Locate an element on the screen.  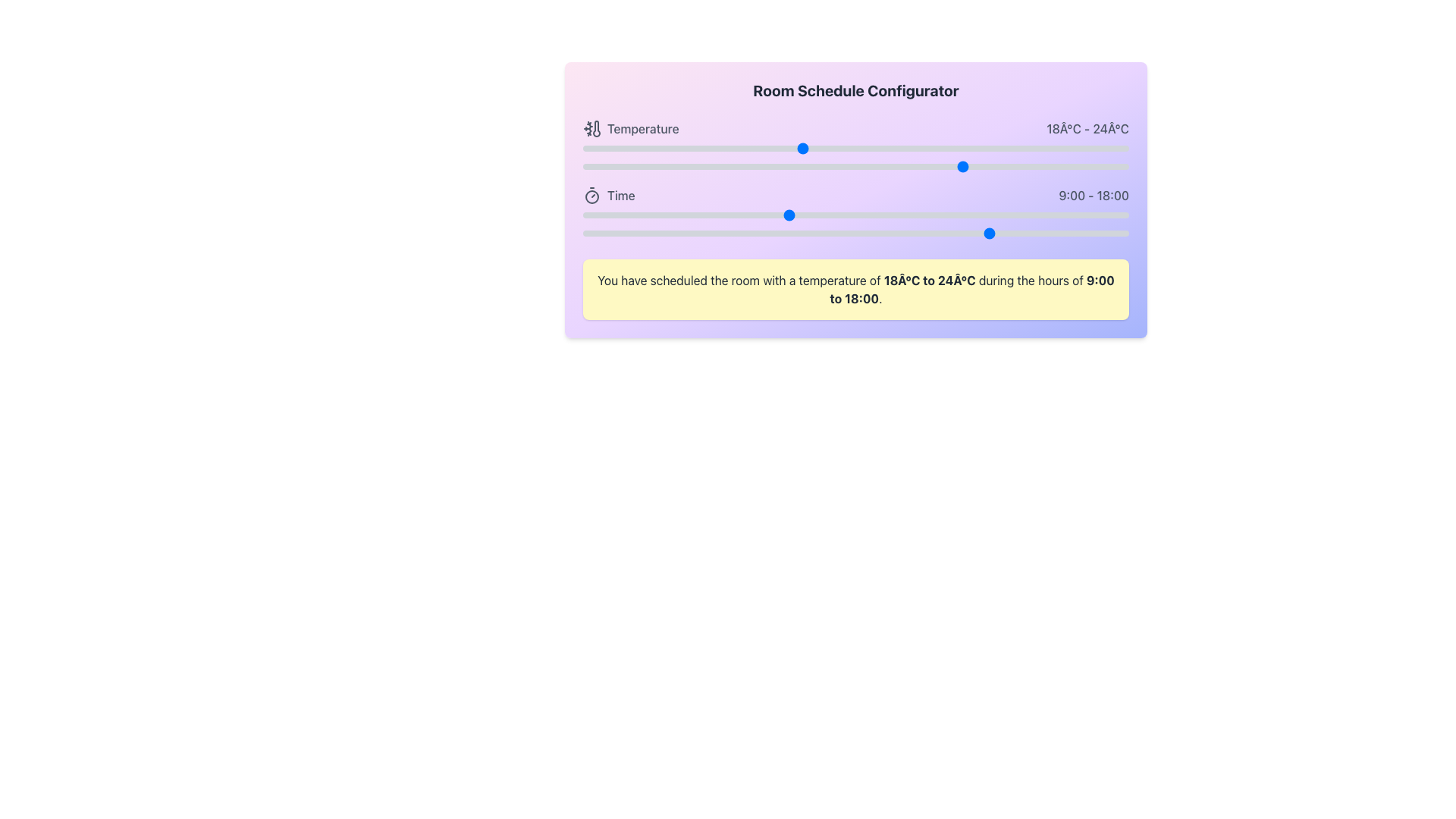
the 'Time' icon, which is positioned to the left of the label 'Time' and below the 'Temperature' section is located at coordinates (591, 195).